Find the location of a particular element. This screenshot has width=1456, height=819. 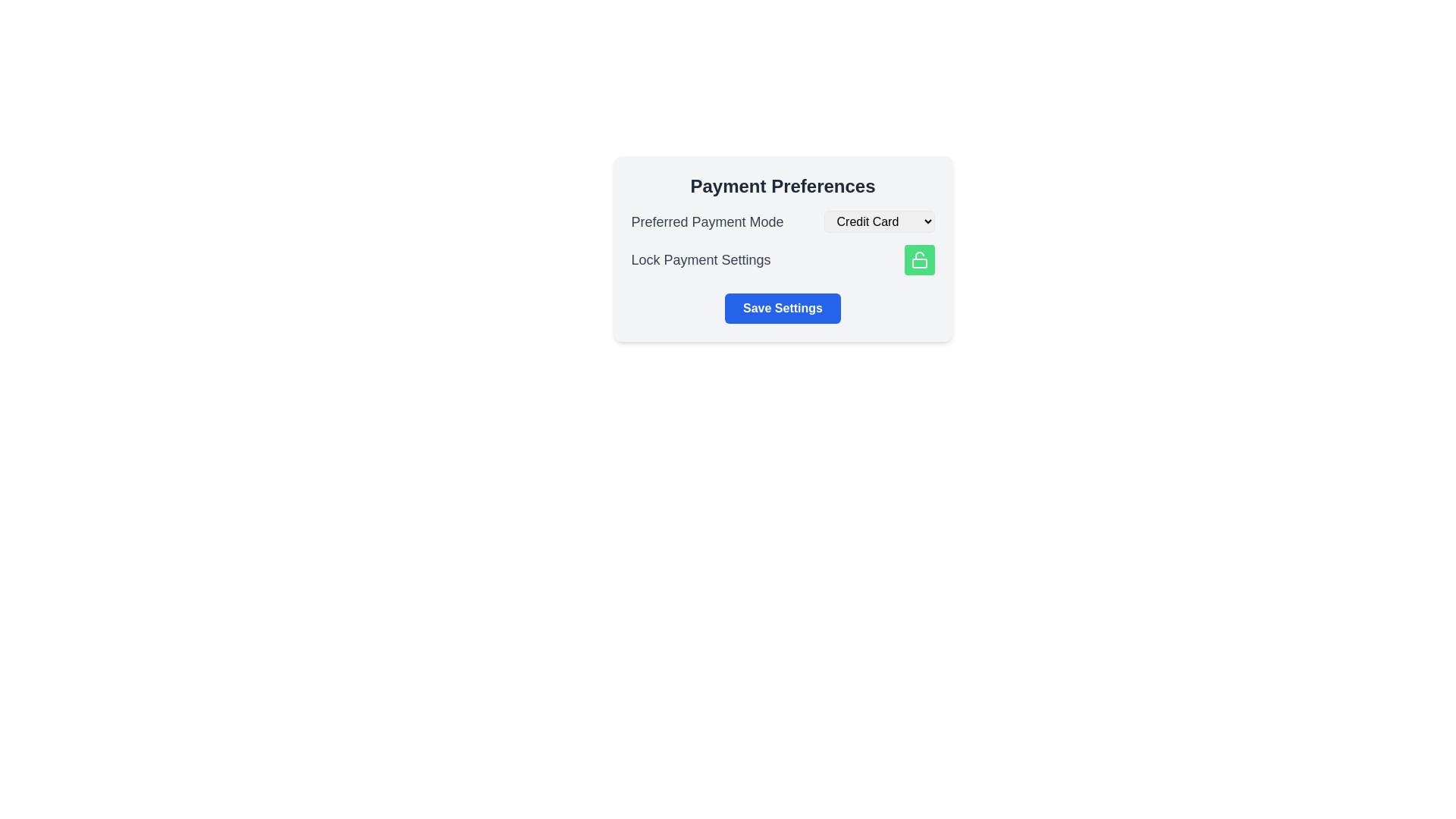

the Dropdown menu located in the 'Preferred Payment Mode' section of the 'Payment Preferences' dialog box is located at coordinates (879, 221).